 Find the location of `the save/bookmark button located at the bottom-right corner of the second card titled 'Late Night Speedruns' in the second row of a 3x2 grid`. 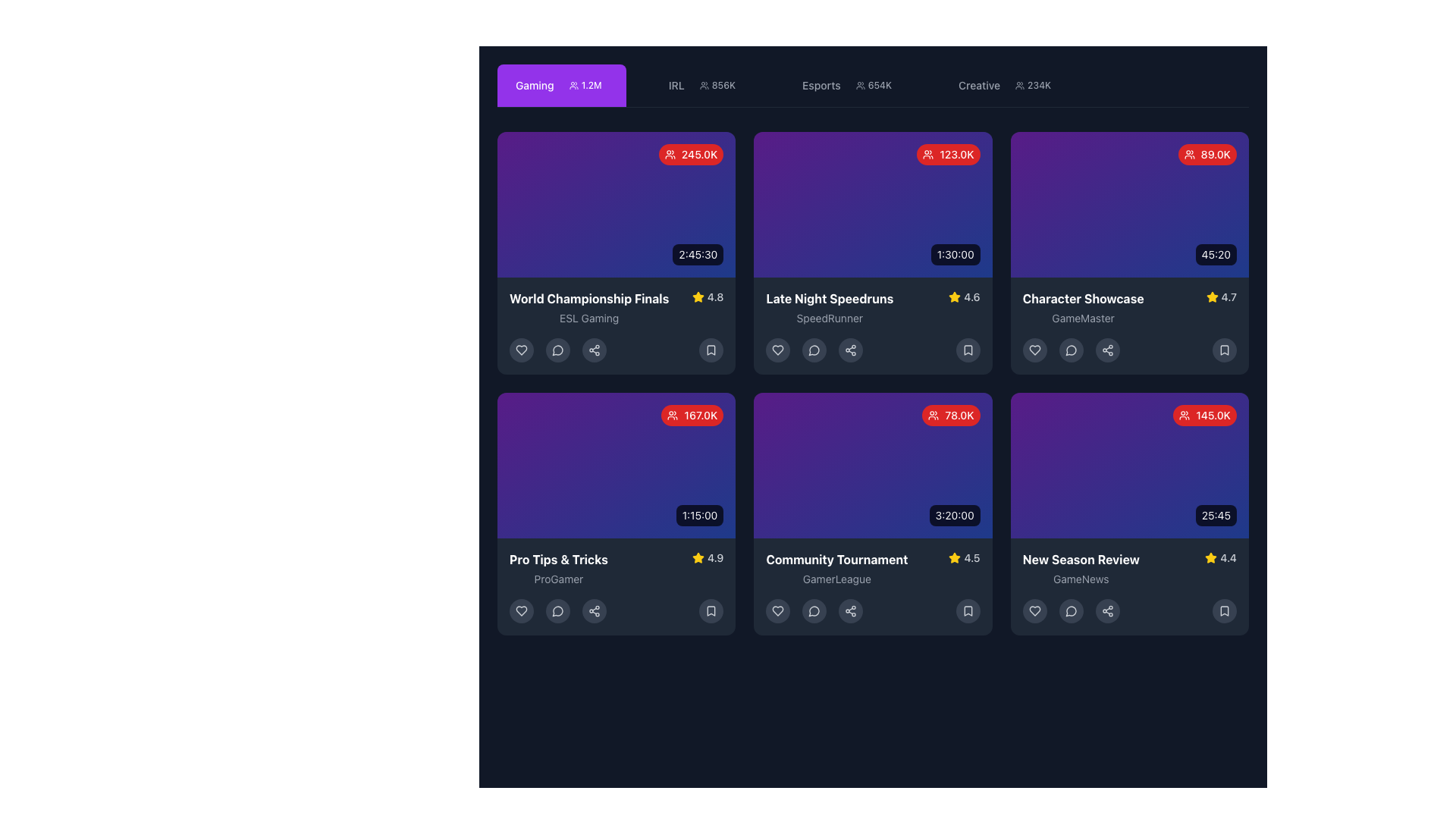

the save/bookmark button located at the bottom-right corner of the second card titled 'Late Night Speedruns' in the second row of a 3x2 grid is located at coordinates (967, 350).